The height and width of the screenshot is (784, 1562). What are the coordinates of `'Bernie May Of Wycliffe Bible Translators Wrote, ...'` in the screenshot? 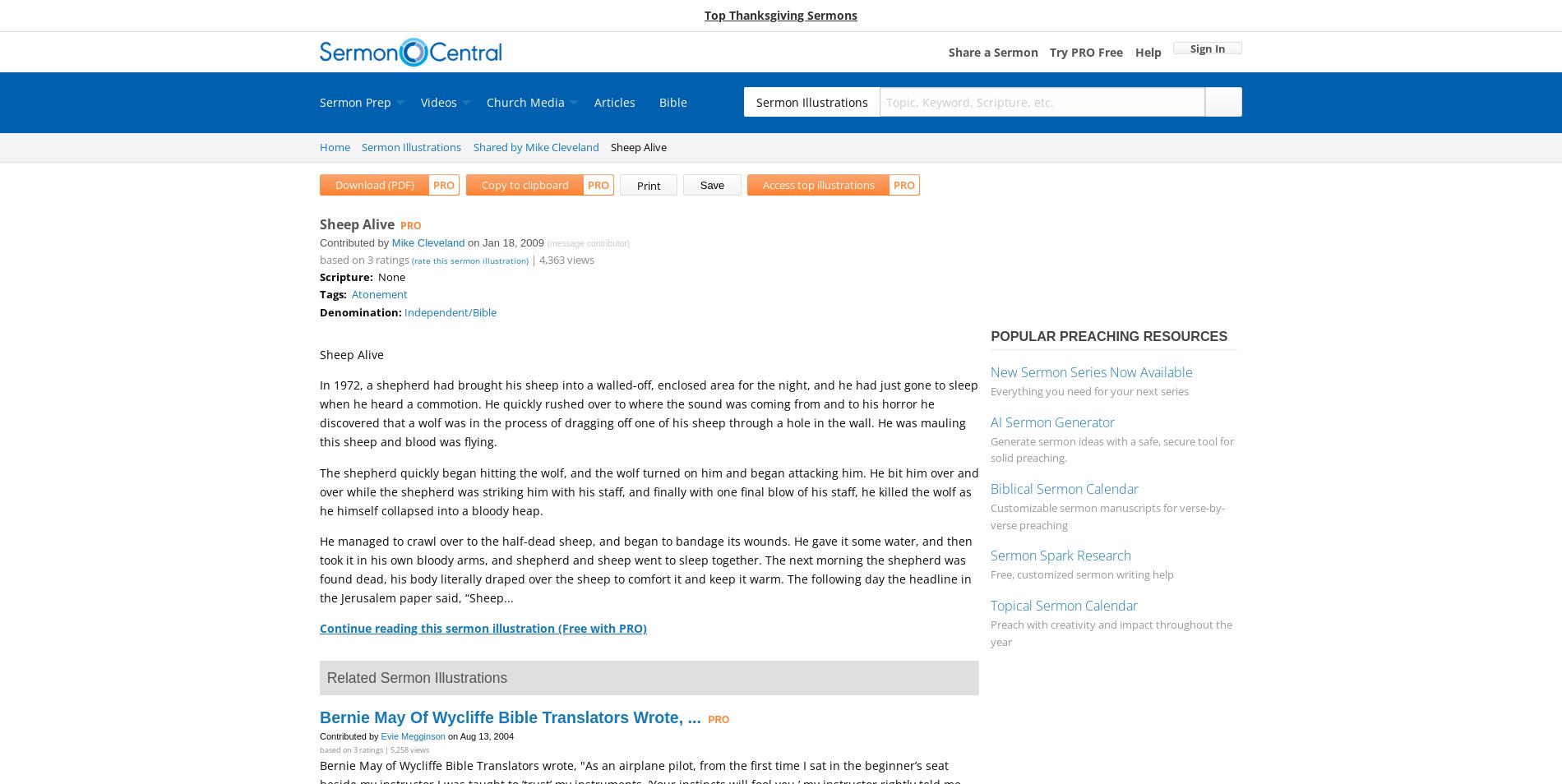 It's located at (512, 717).